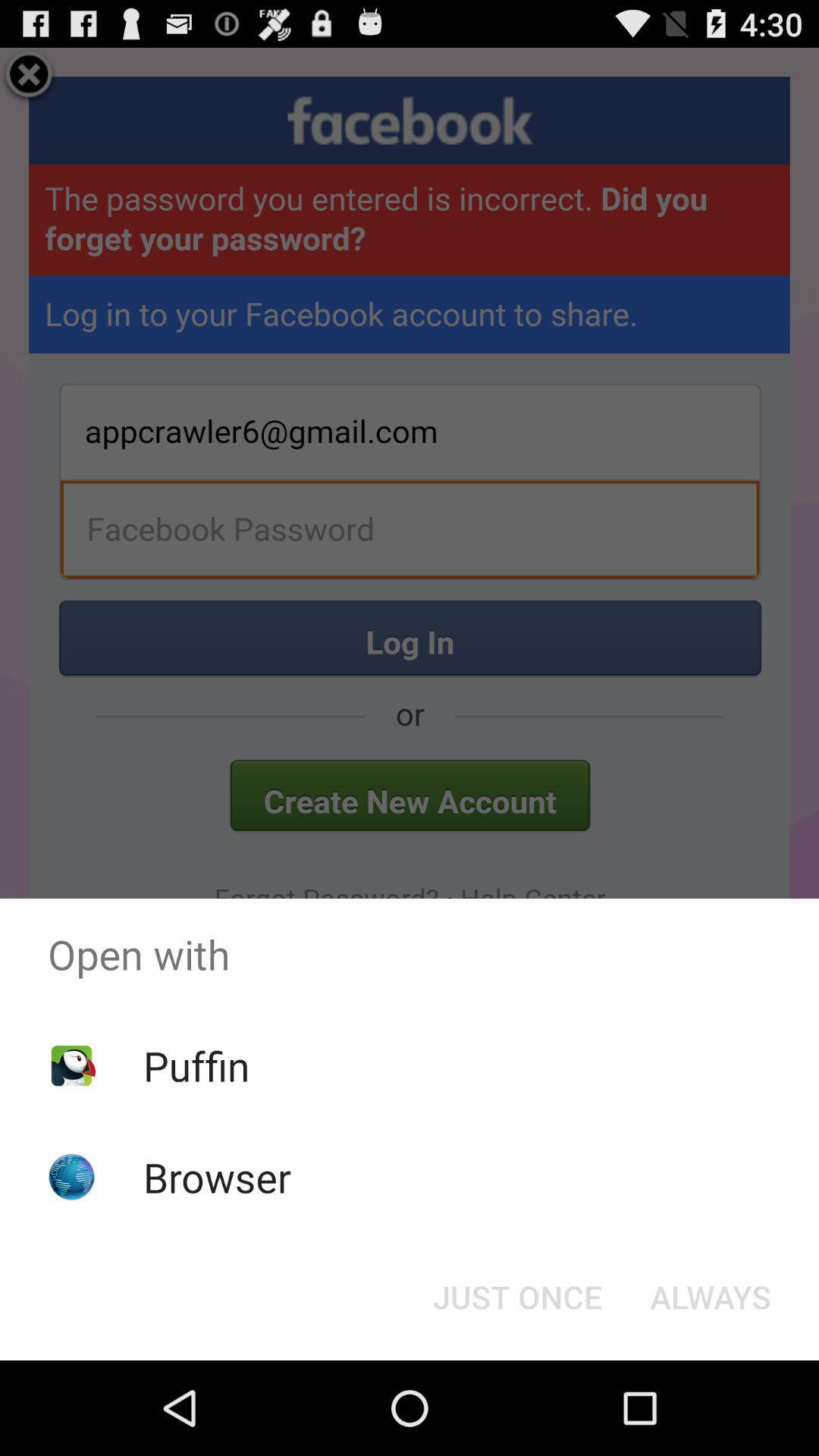 The height and width of the screenshot is (1456, 819). What do you see at coordinates (711, 1295) in the screenshot?
I see `button at the bottom right corner` at bounding box center [711, 1295].